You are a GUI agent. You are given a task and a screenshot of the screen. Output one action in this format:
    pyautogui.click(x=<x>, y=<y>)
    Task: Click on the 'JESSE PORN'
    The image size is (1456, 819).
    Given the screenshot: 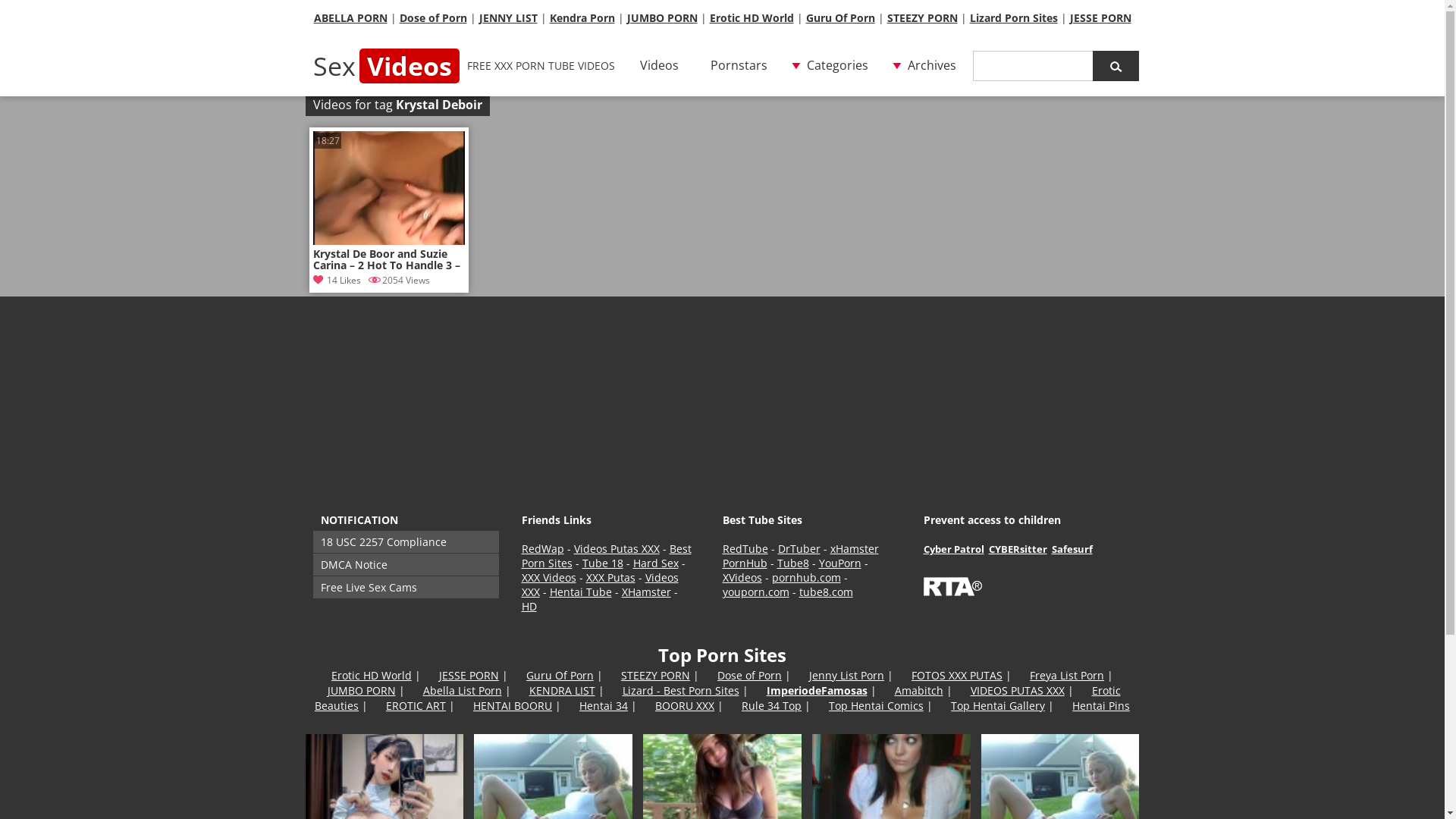 What is the action you would take?
    pyautogui.click(x=438, y=674)
    